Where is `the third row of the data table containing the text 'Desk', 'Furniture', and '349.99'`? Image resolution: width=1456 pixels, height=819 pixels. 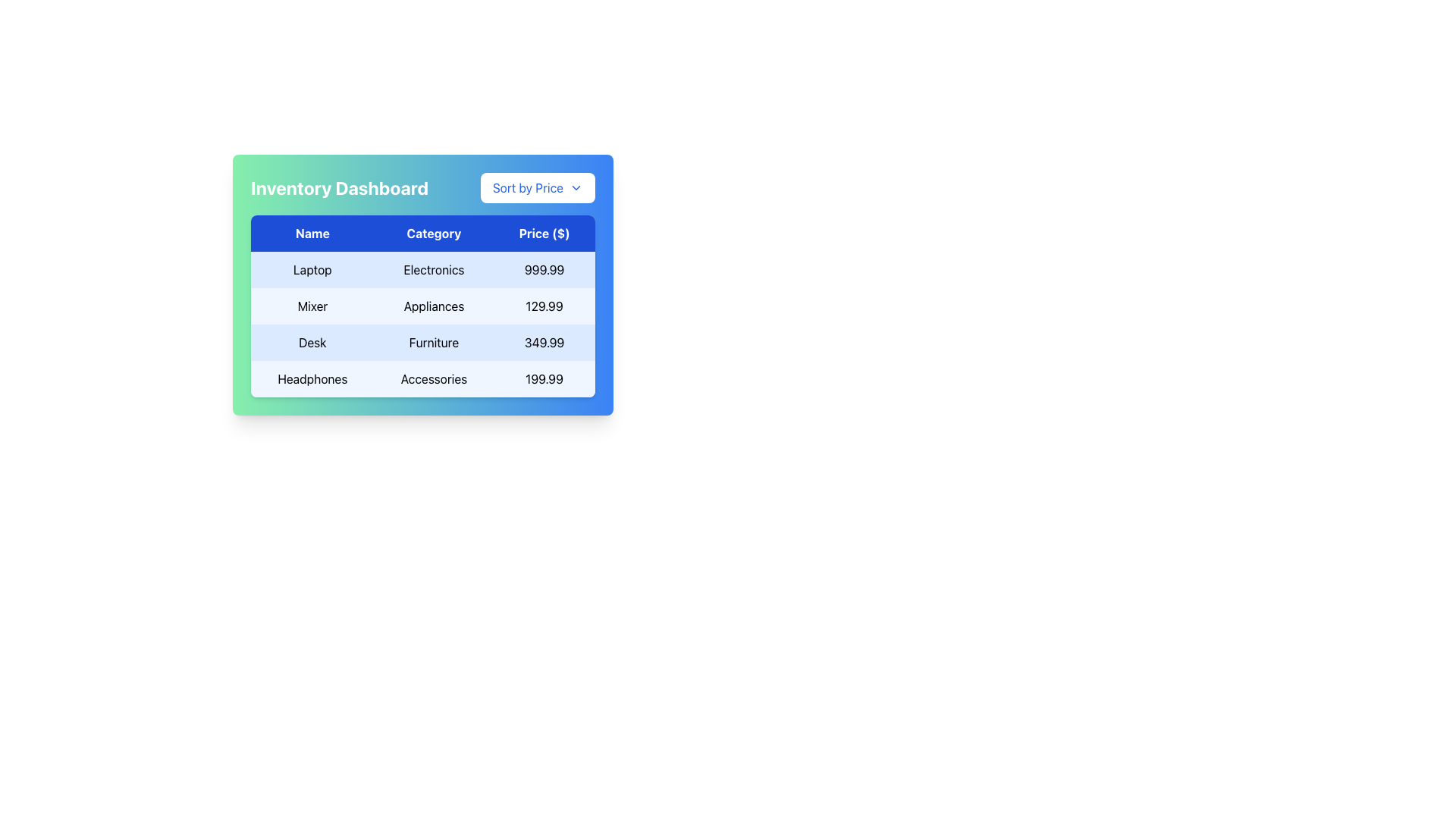 the third row of the data table containing the text 'Desk', 'Furniture', and '349.99' is located at coordinates (422, 342).